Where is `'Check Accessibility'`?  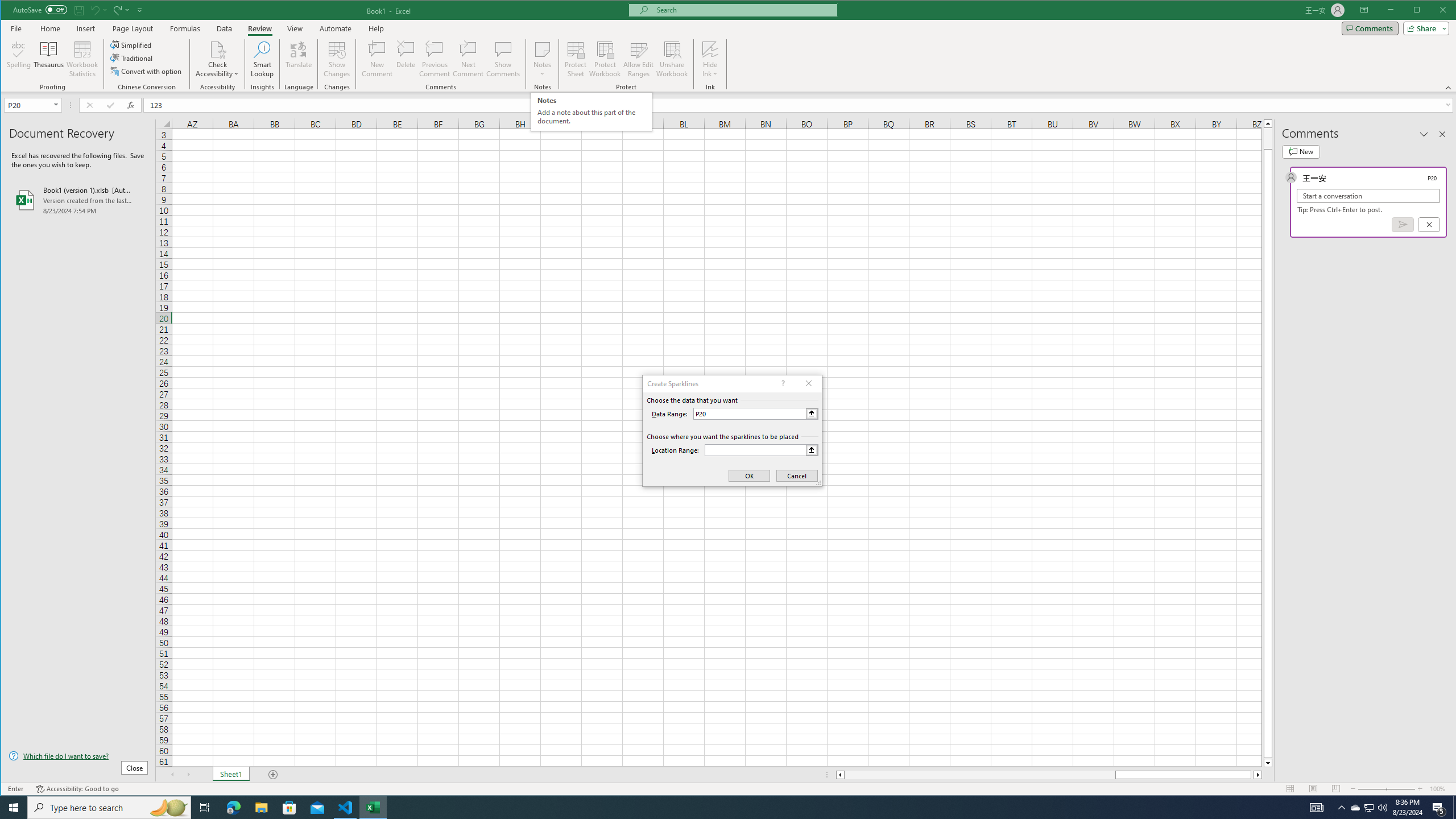
'Check Accessibility' is located at coordinates (217, 59).